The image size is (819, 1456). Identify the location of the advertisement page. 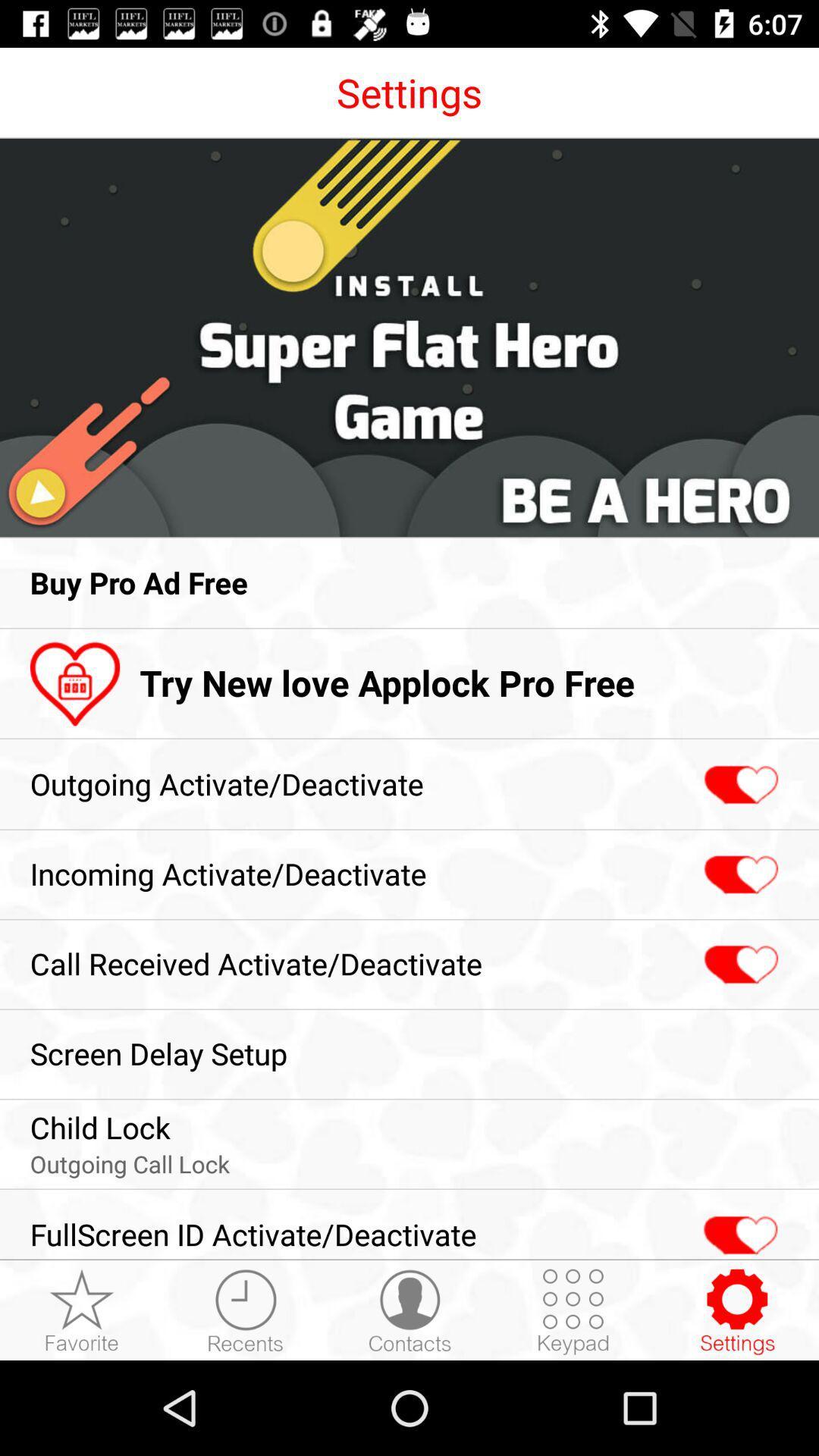
(409, 337).